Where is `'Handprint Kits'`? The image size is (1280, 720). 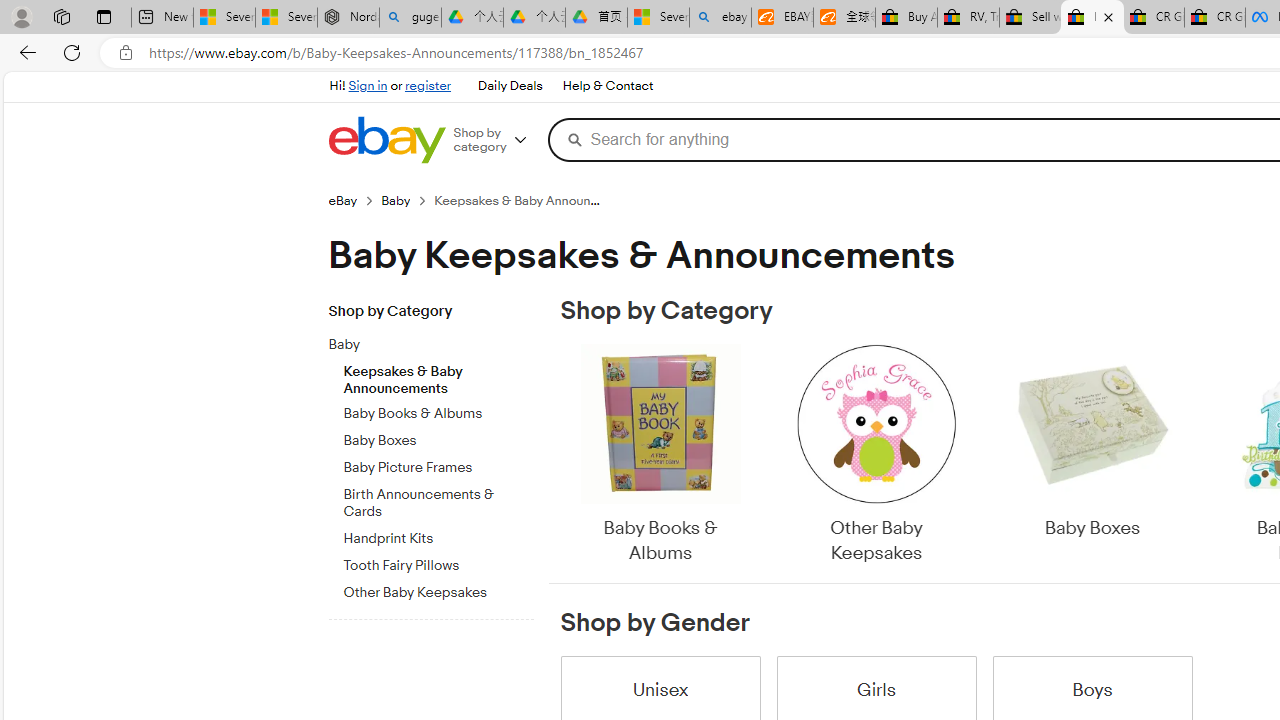
'Handprint Kits' is located at coordinates (437, 534).